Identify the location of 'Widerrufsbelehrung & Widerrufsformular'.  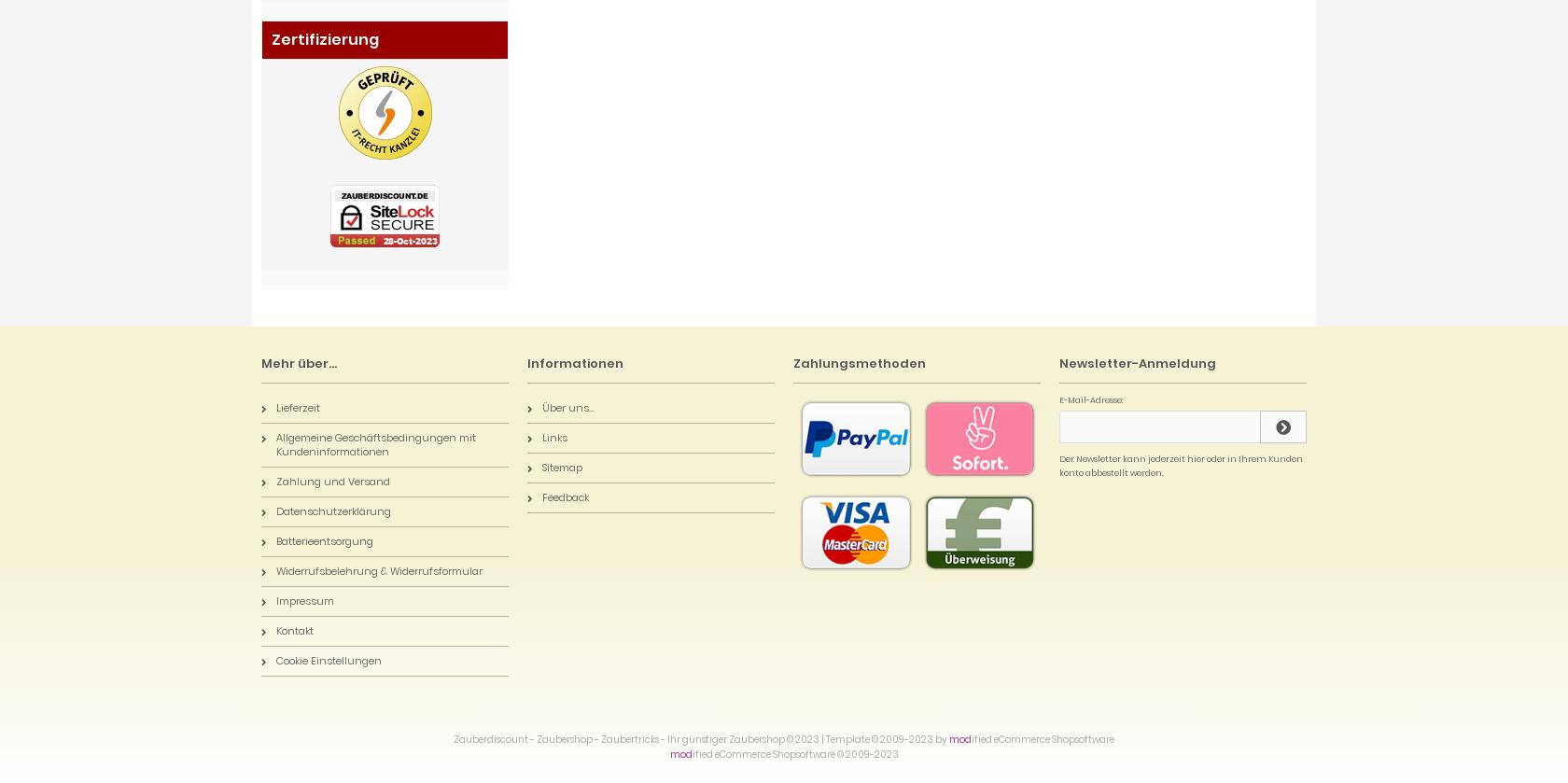
(379, 569).